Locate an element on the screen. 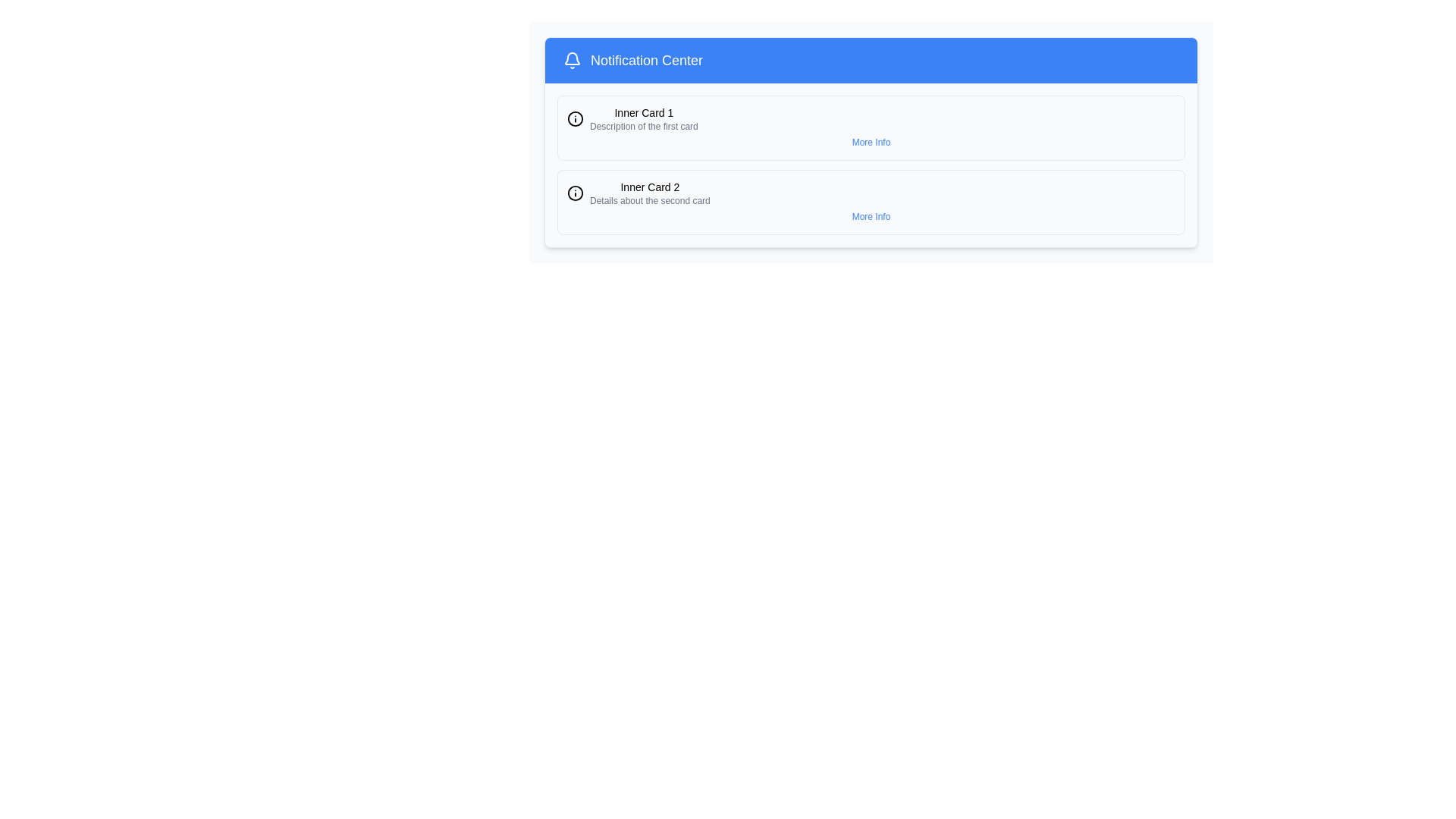 The image size is (1456, 819). the text label located directly below the title 'Inner Card 1' in the first card of the list is located at coordinates (644, 125).